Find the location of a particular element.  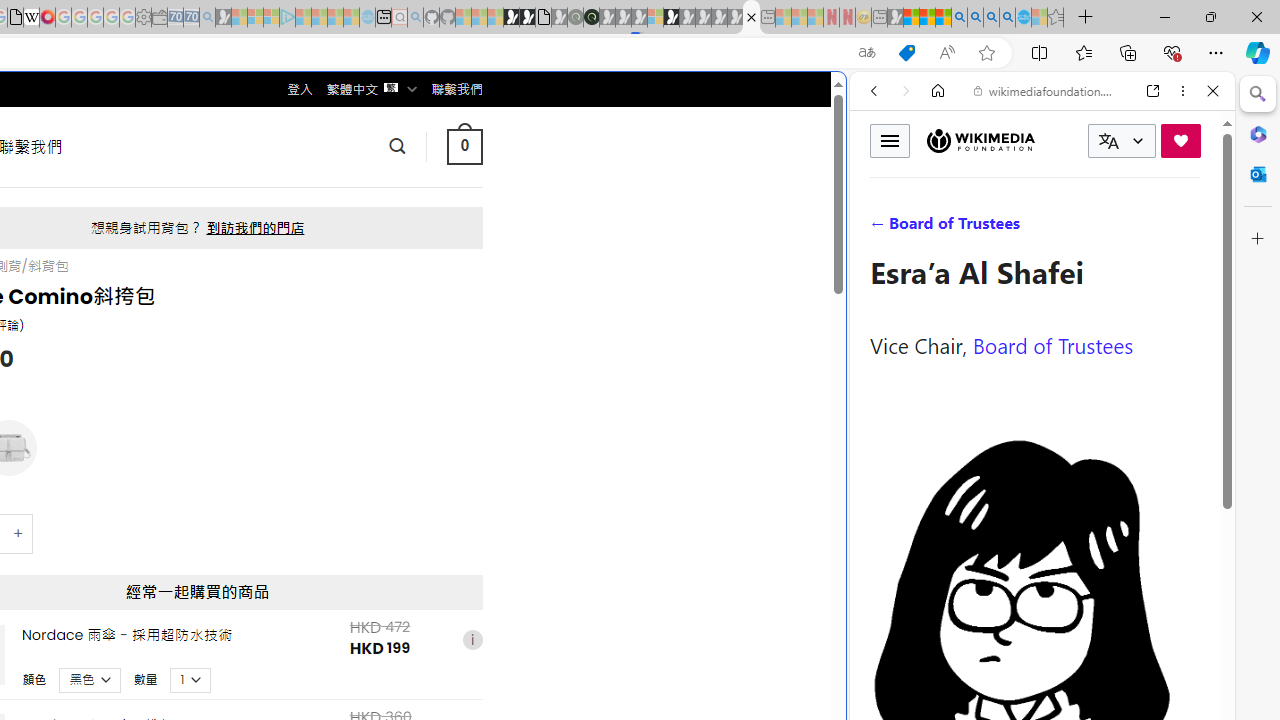

'Class: i icon icon-translate language-switcher__icon' is located at coordinates (1108, 140).